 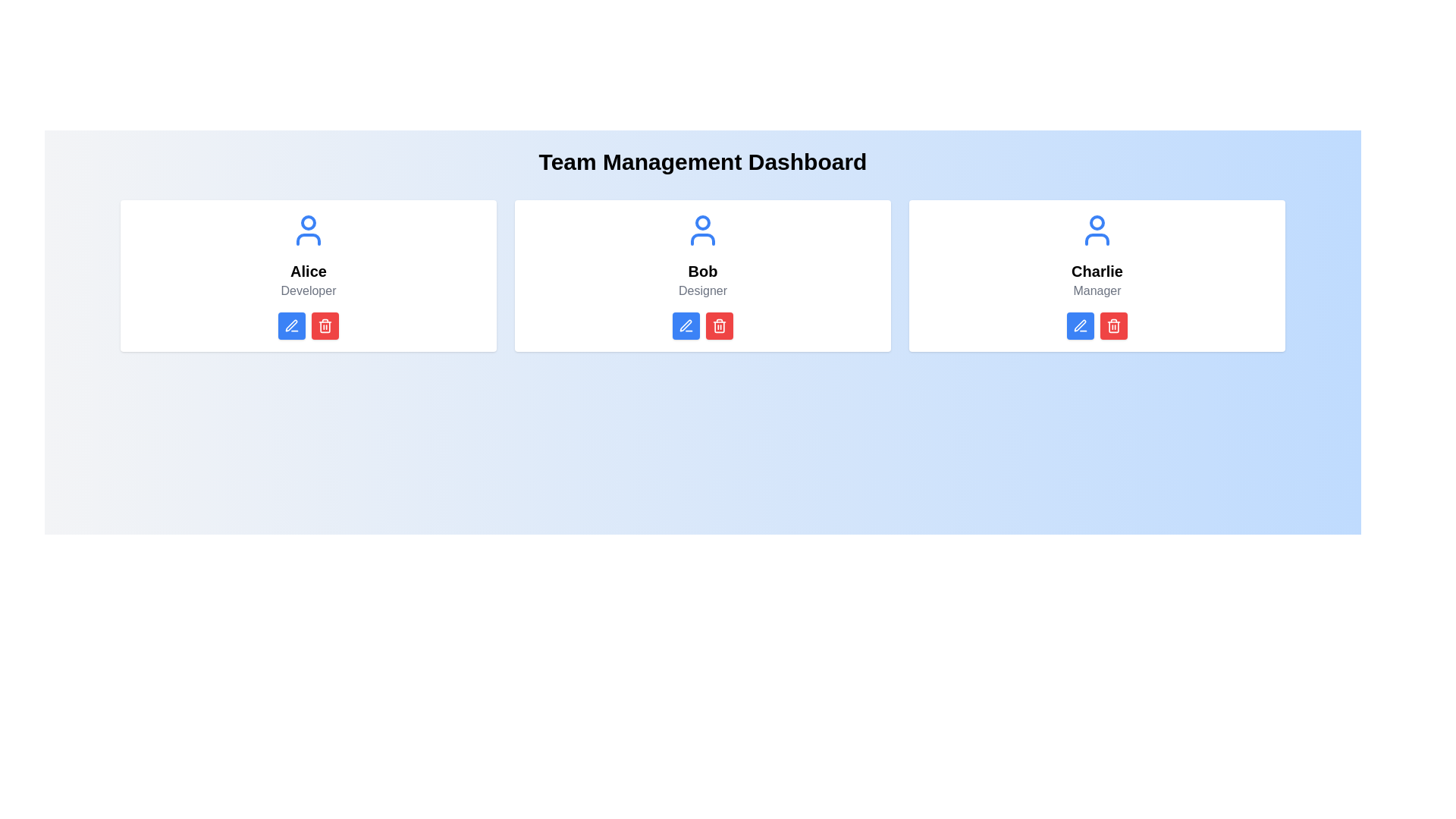 What do you see at coordinates (291, 325) in the screenshot?
I see `the first button in the control panel below the 'Alice, Developer' card` at bounding box center [291, 325].